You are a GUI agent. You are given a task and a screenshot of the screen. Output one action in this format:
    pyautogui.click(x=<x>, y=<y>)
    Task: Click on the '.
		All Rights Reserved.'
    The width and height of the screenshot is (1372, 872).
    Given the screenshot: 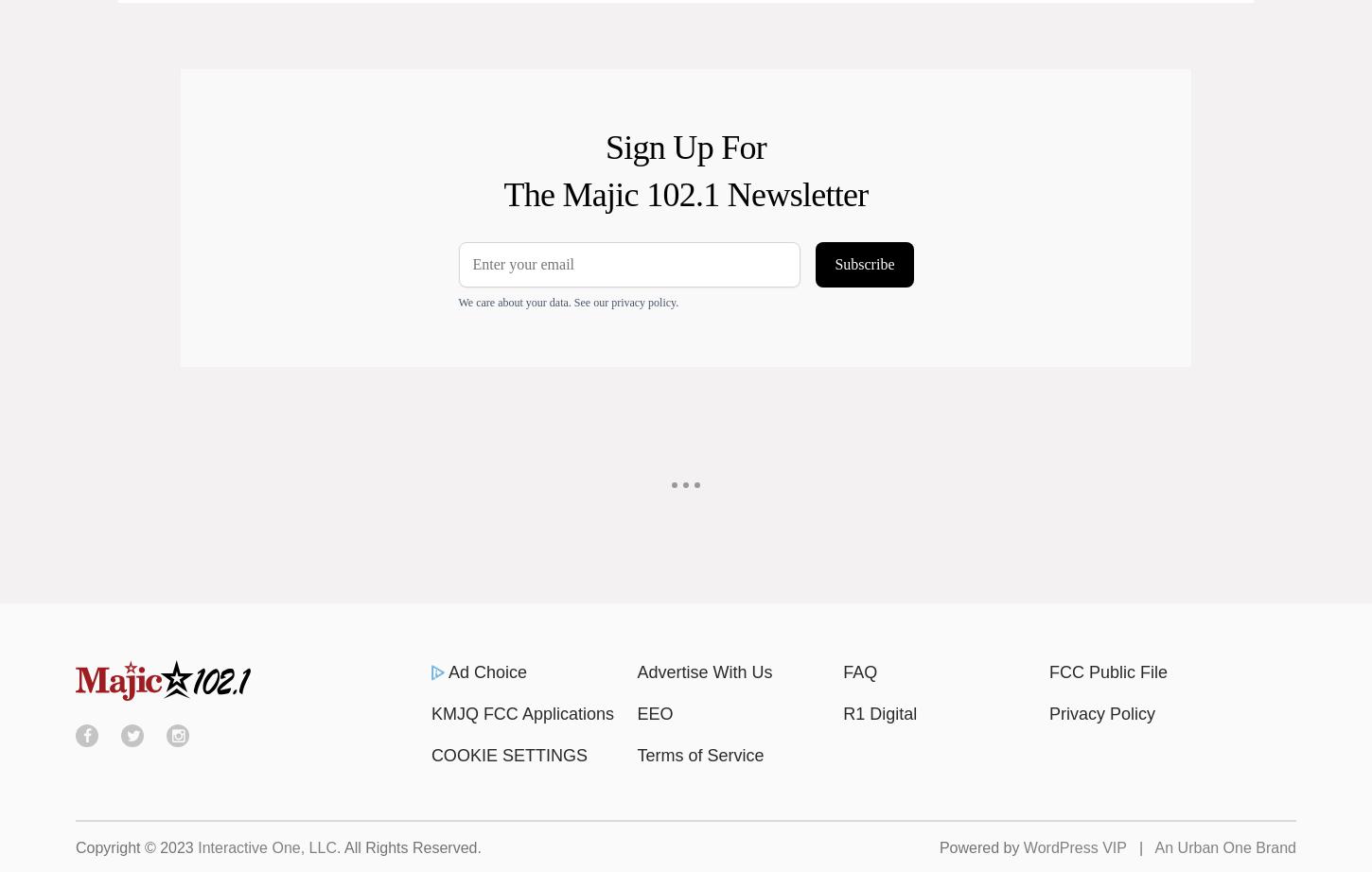 What is the action you would take?
    pyautogui.click(x=407, y=846)
    